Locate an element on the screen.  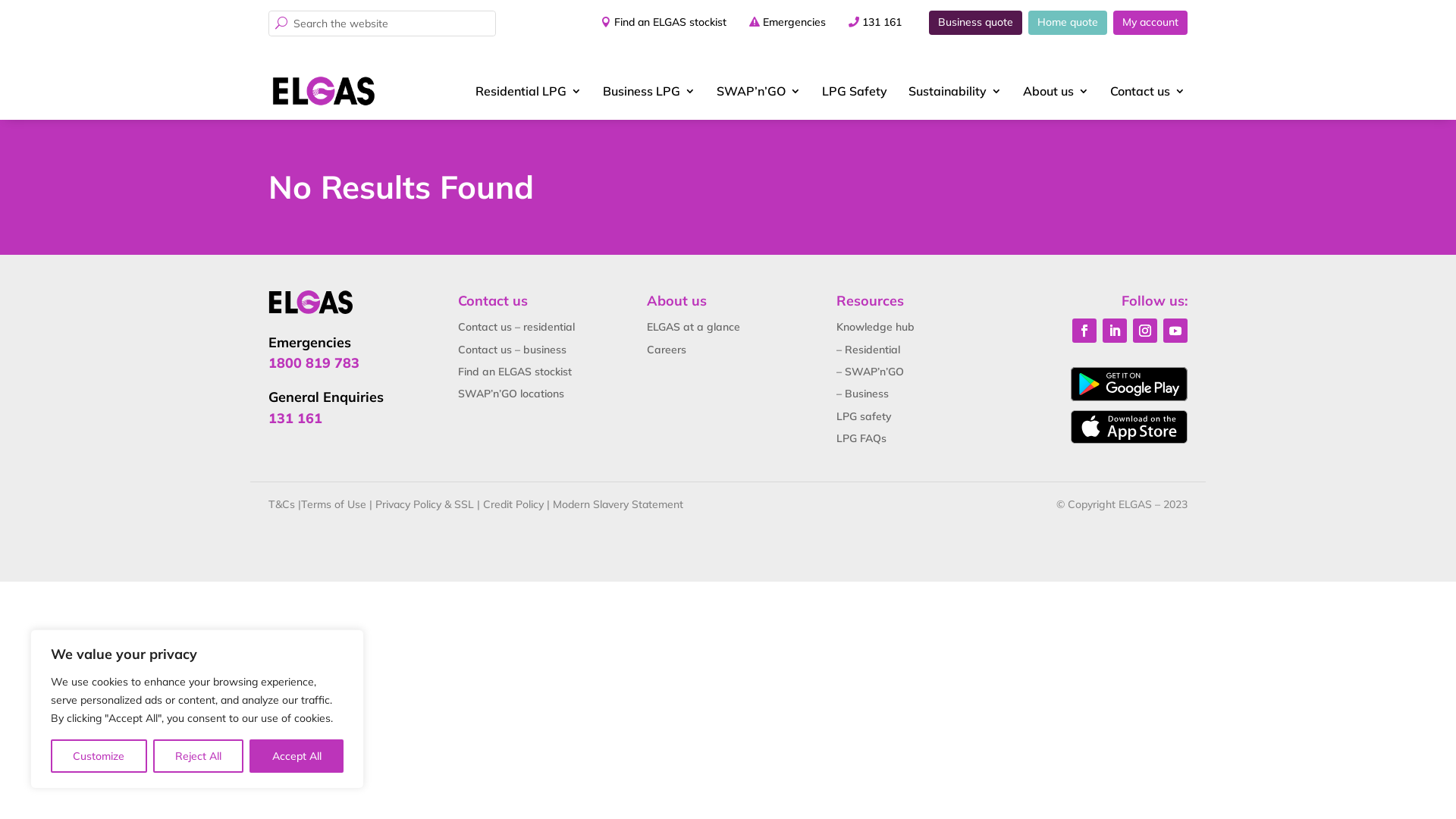
'Accept All' is located at coordinates (296, 755).